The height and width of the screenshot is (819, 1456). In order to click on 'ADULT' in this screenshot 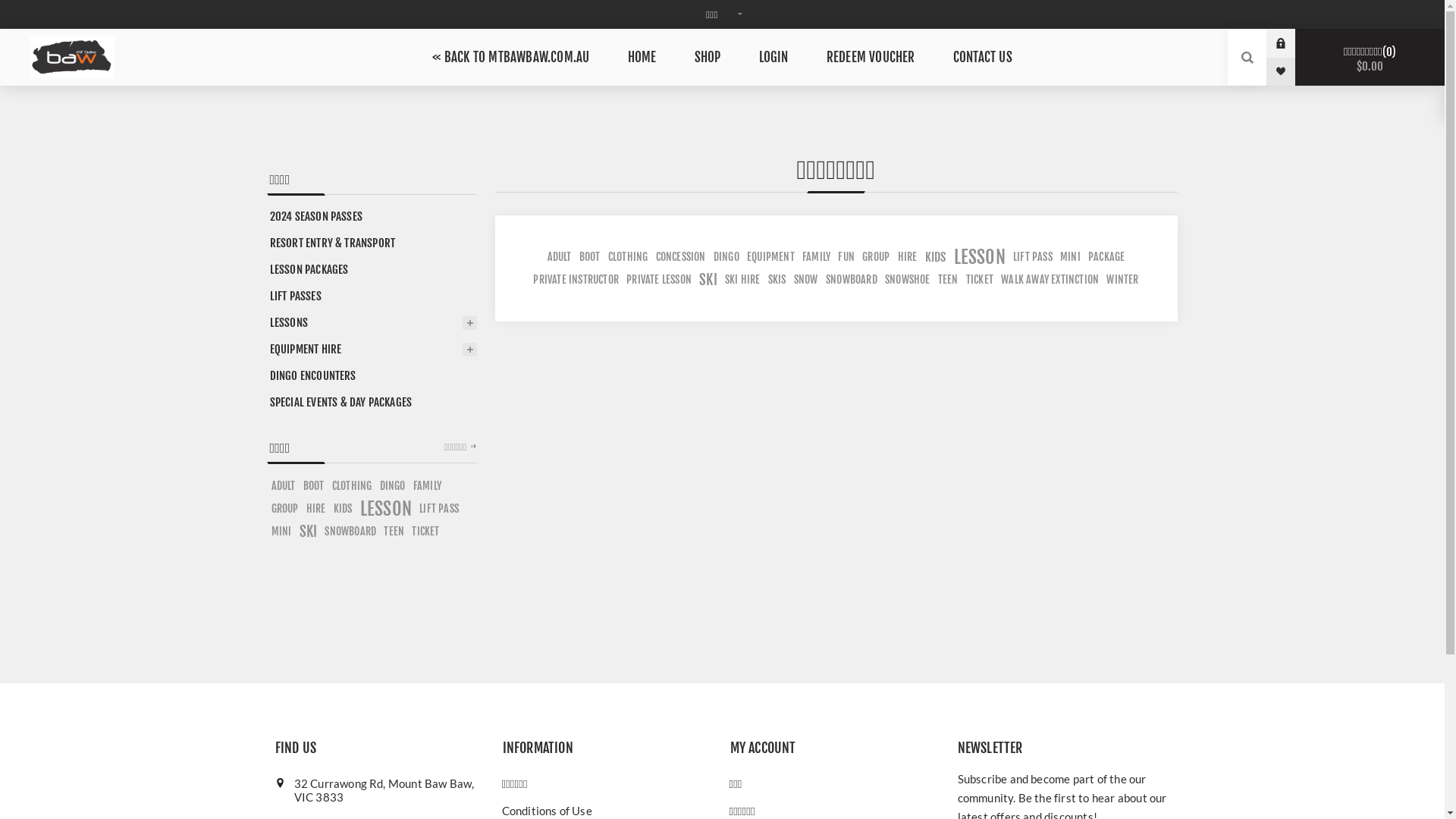, I will do `click(271, 485)`.